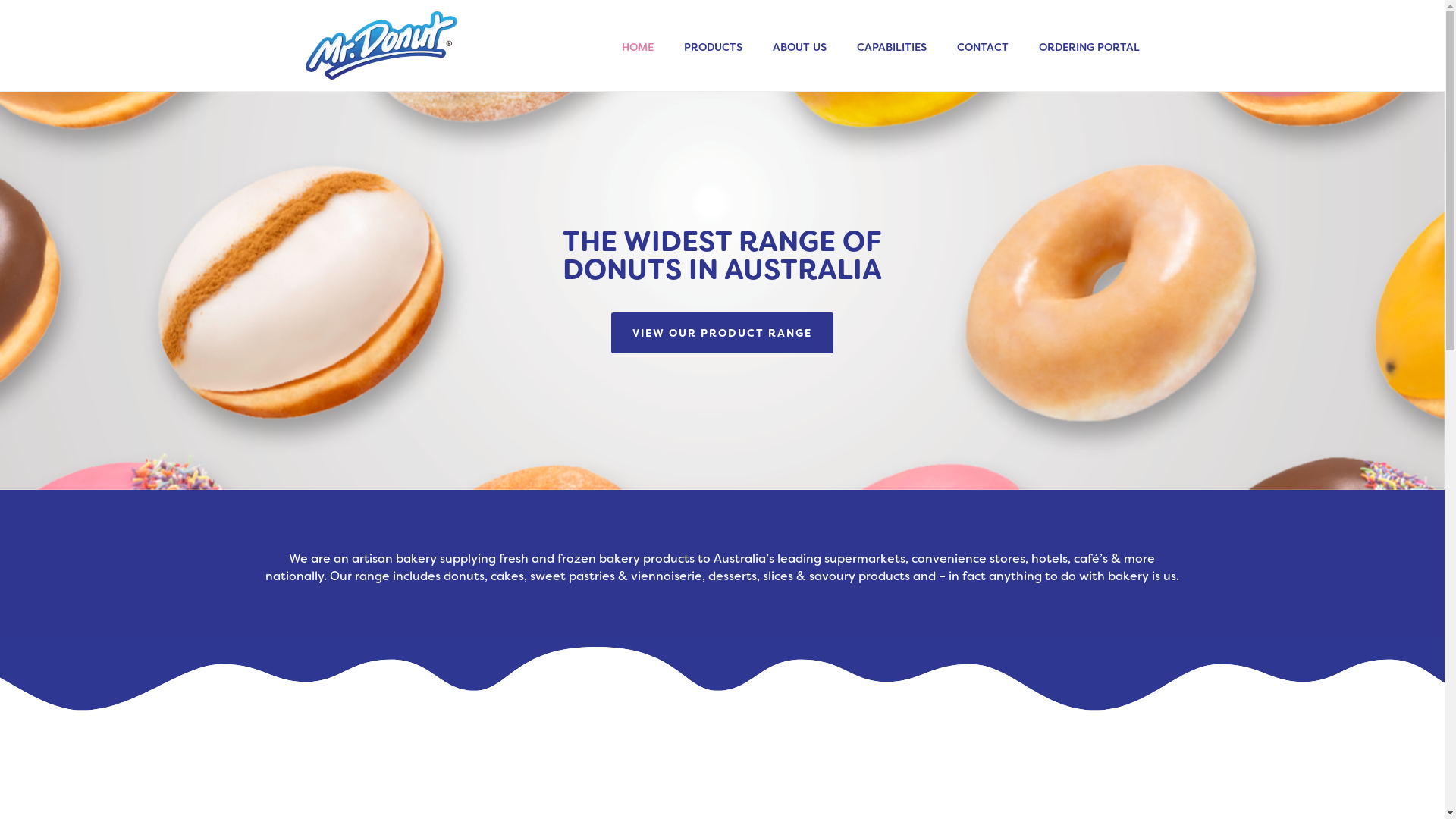 This screenshot has width=1456, height=819. What do you see at coordinates (798, 45) in the screenshot?
I see `'ABOUT US'` at bounding box center [798, 45].